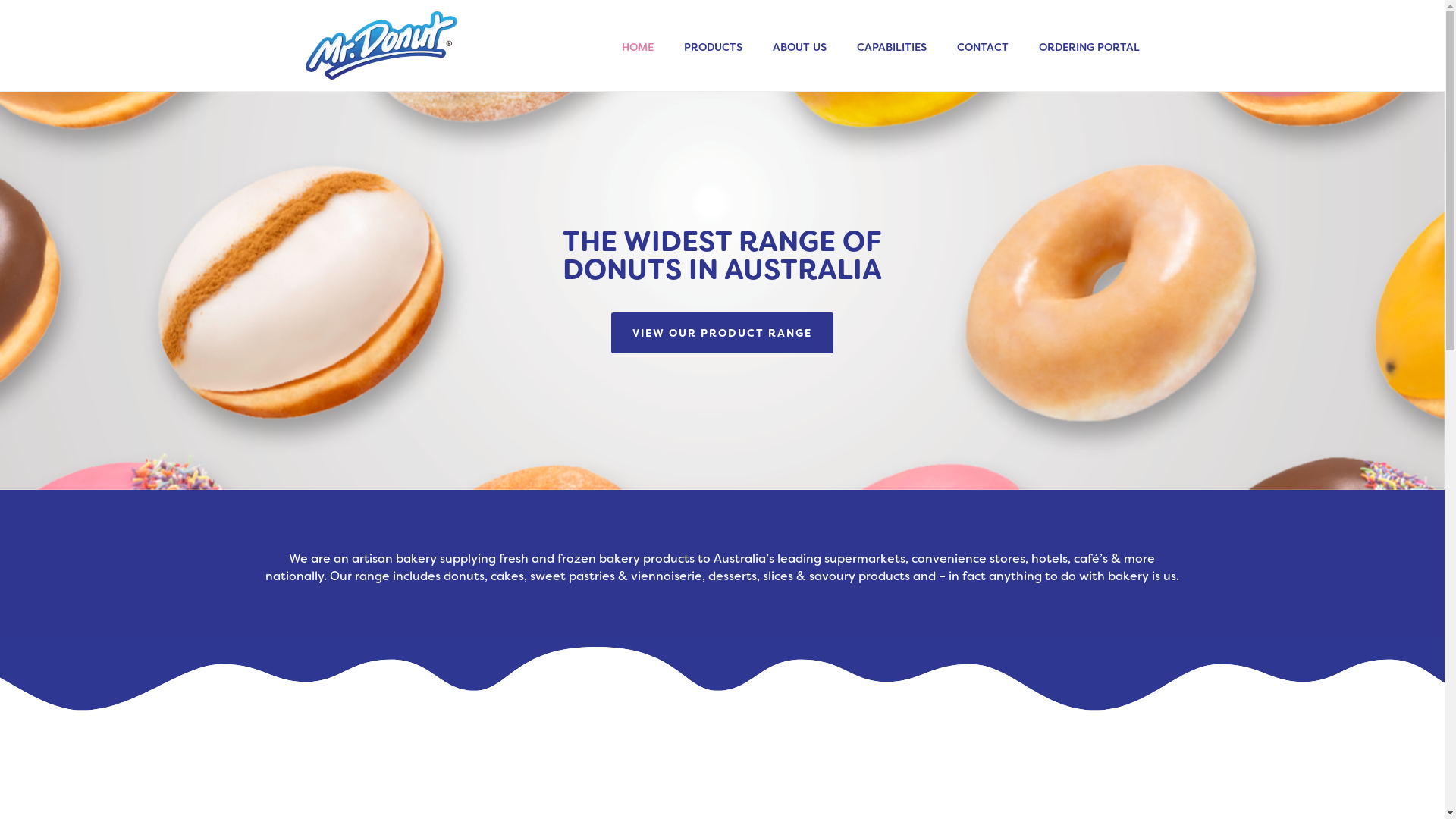 This screenshot has width=1456, height=819. What do you see at coordinates (798, 45) in the screenshot?
I see `'ABOUT US'` at bounding box center [798, 45].